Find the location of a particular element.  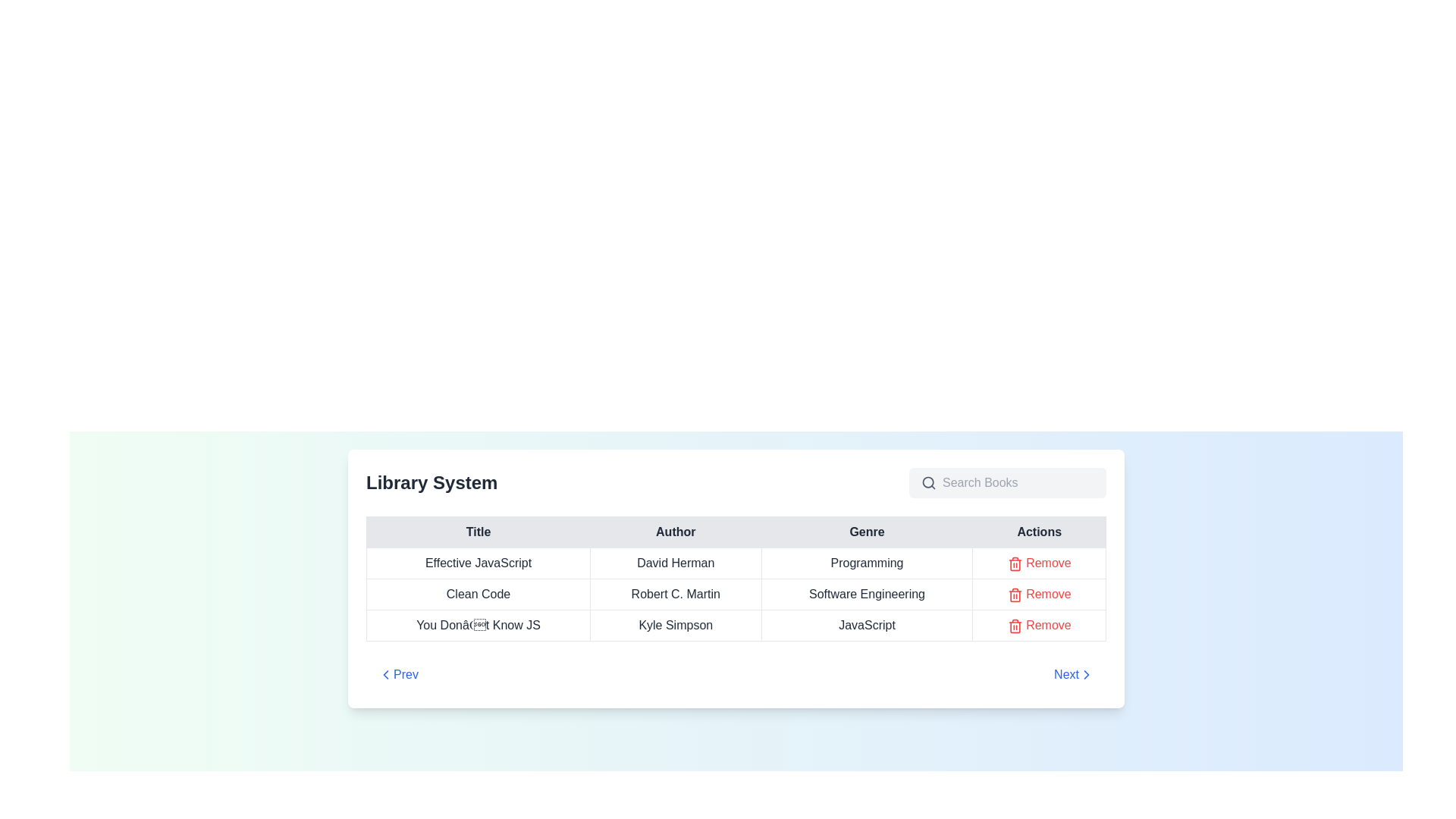

the removal button for 'Effective JavaScript' by David Herman located in the 'Actions' column of the first row in the table to prepare for interaction is located at coordinates (1038, 563).